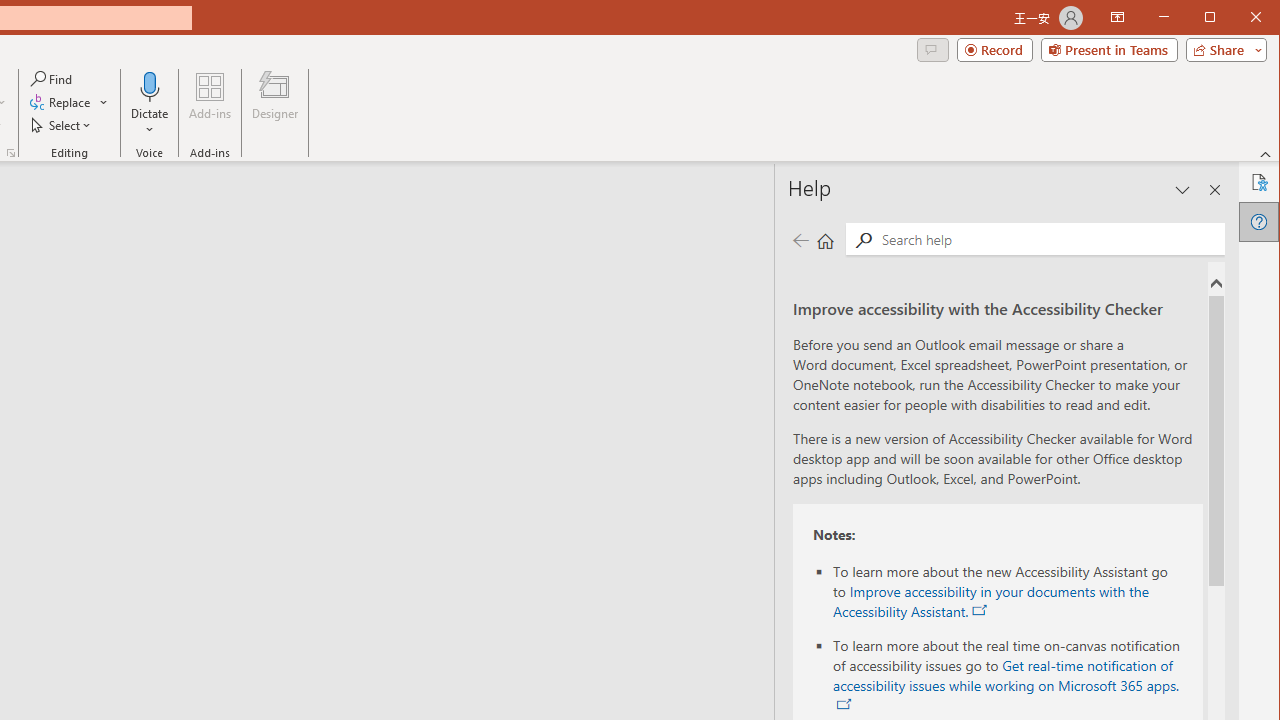 The image size is (1280, 720). What do you see at coordinates (10, 152) in the screenshot?
I see `'Format Object...'` at bounding box center [10, 152].